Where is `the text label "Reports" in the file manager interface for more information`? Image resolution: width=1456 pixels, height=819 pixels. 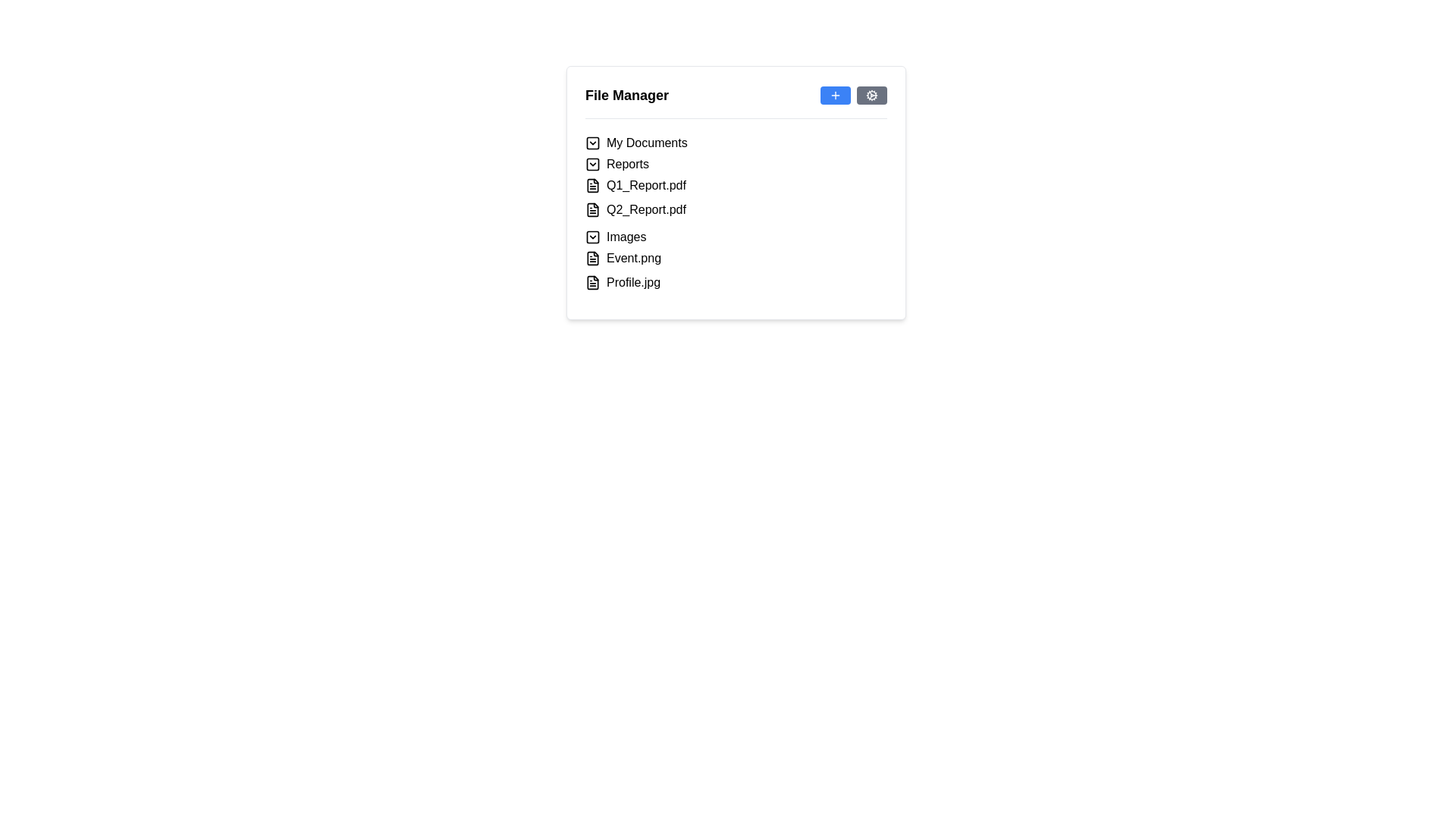
the text label "Reports" in the file manager interface for more information is located at coordinates (628, 164).